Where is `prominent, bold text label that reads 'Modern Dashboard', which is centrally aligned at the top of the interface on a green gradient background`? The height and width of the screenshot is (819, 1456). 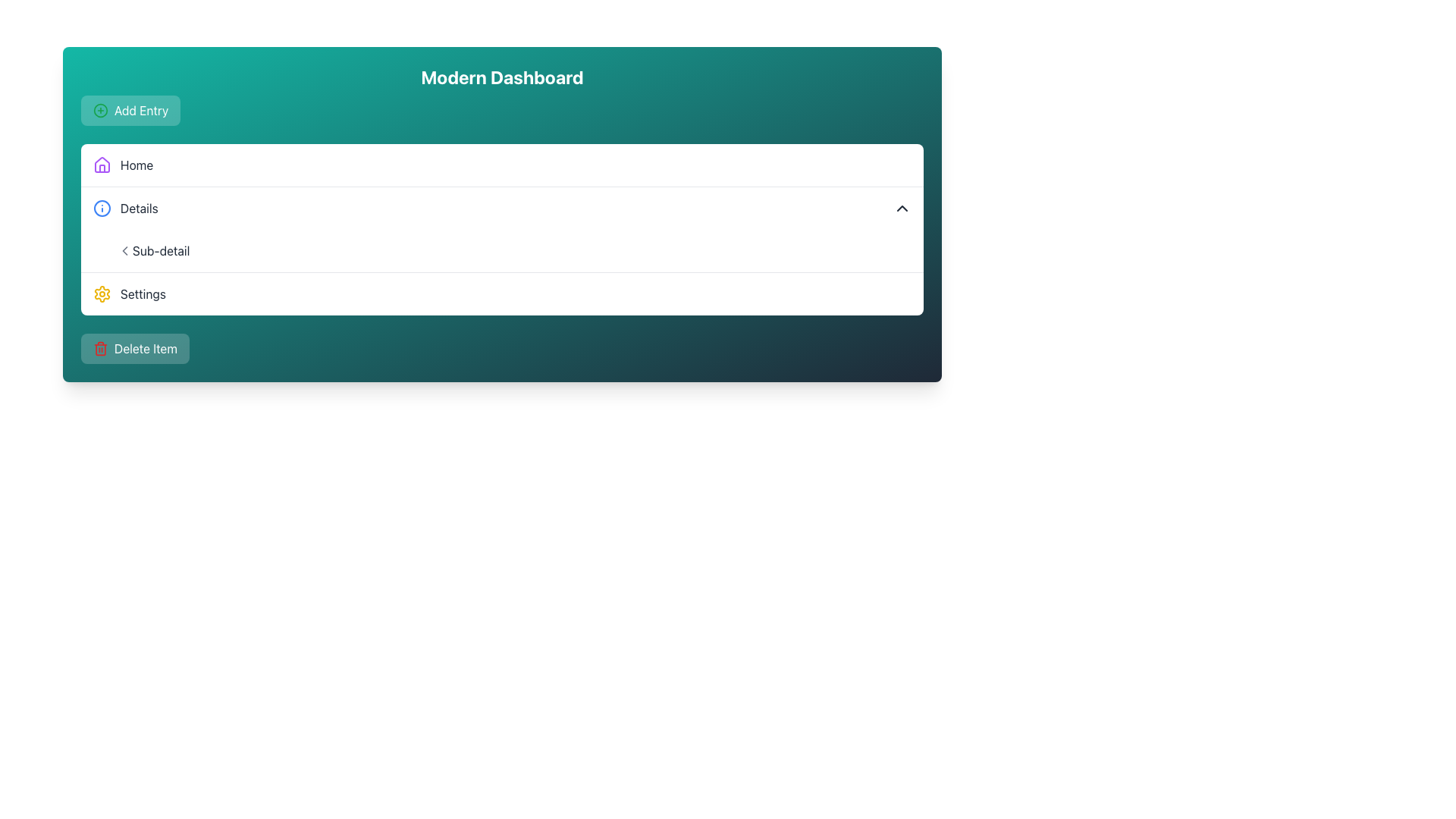
prominent, bold text label that reads 'Modern Dashboard', which is centrally aligned at the top of the interface on a green gradient background is located at coordinates (502, 77).